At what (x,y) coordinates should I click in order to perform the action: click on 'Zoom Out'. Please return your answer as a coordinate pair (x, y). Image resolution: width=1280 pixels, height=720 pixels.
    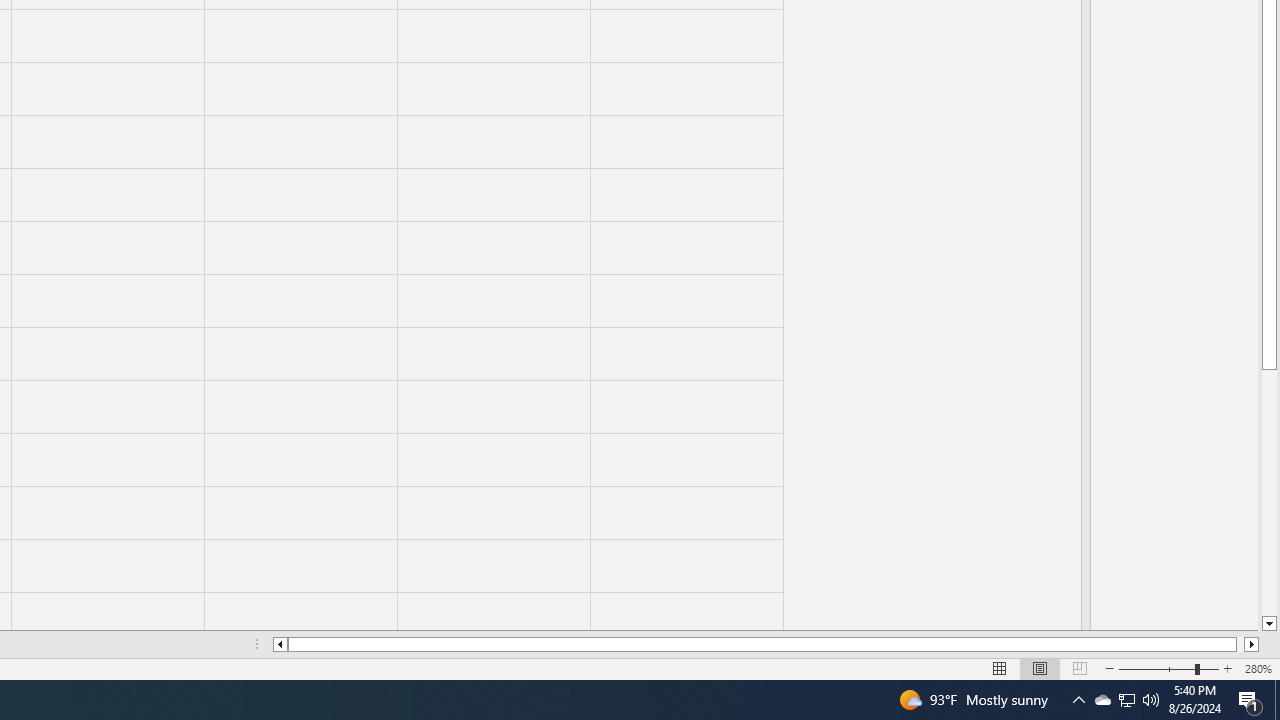
    Looking at the image, I should click on (1157, 669).